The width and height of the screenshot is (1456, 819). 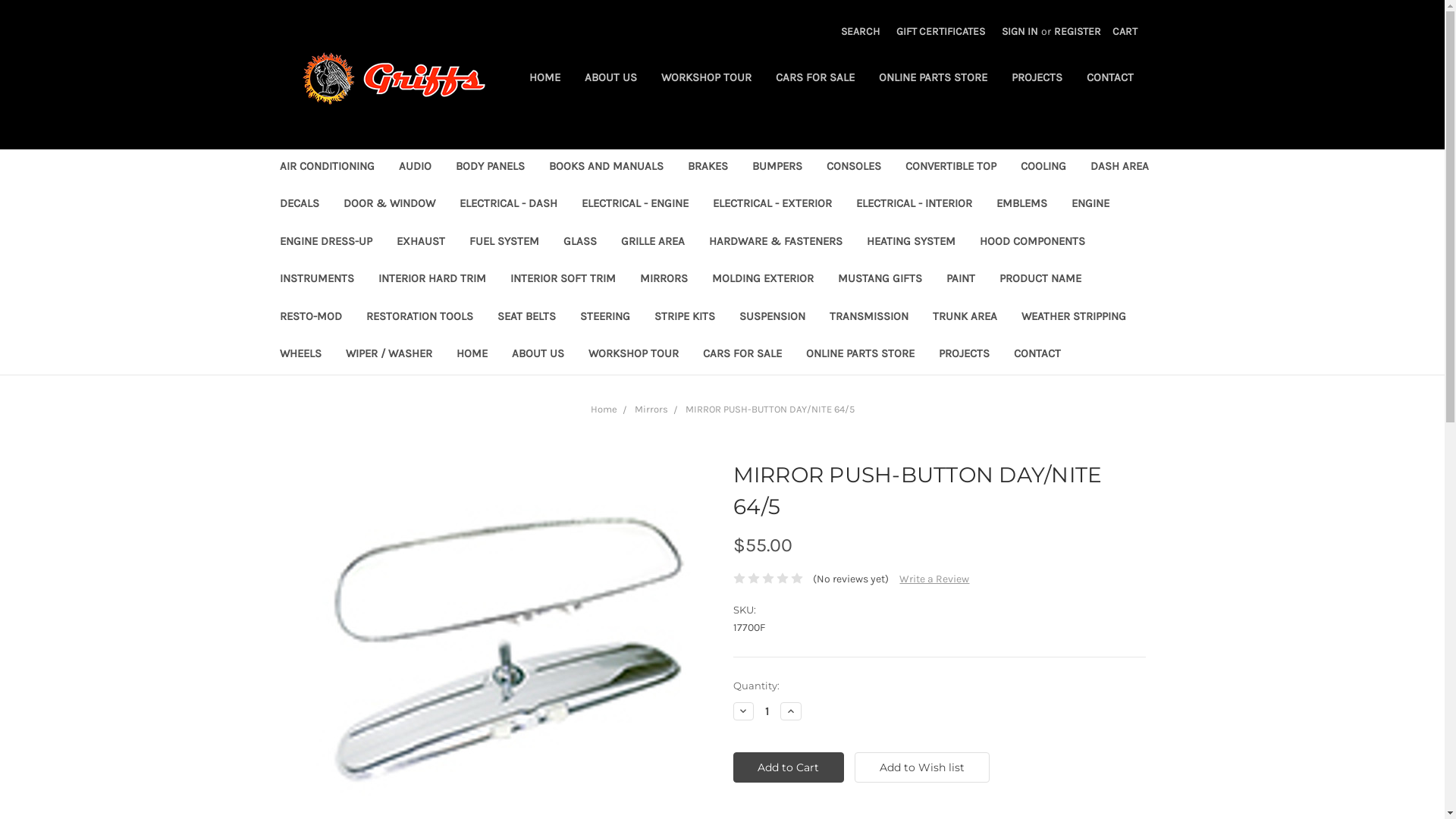 I want to click on 'EXHAUST', so click(x=383, y=242).